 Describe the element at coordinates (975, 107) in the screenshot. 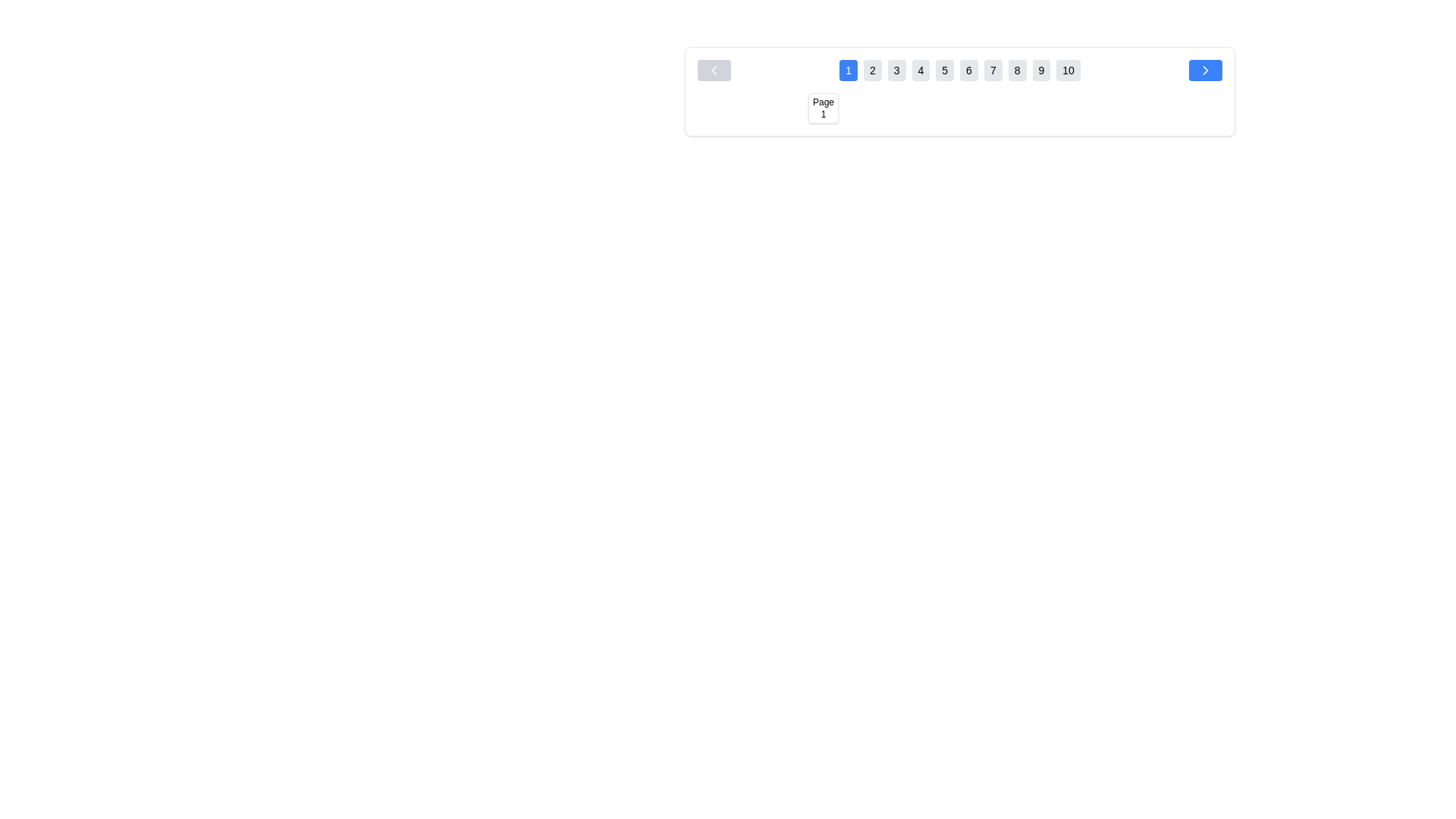

I see `the 'Page 6' button in the pagination bar` at that location.